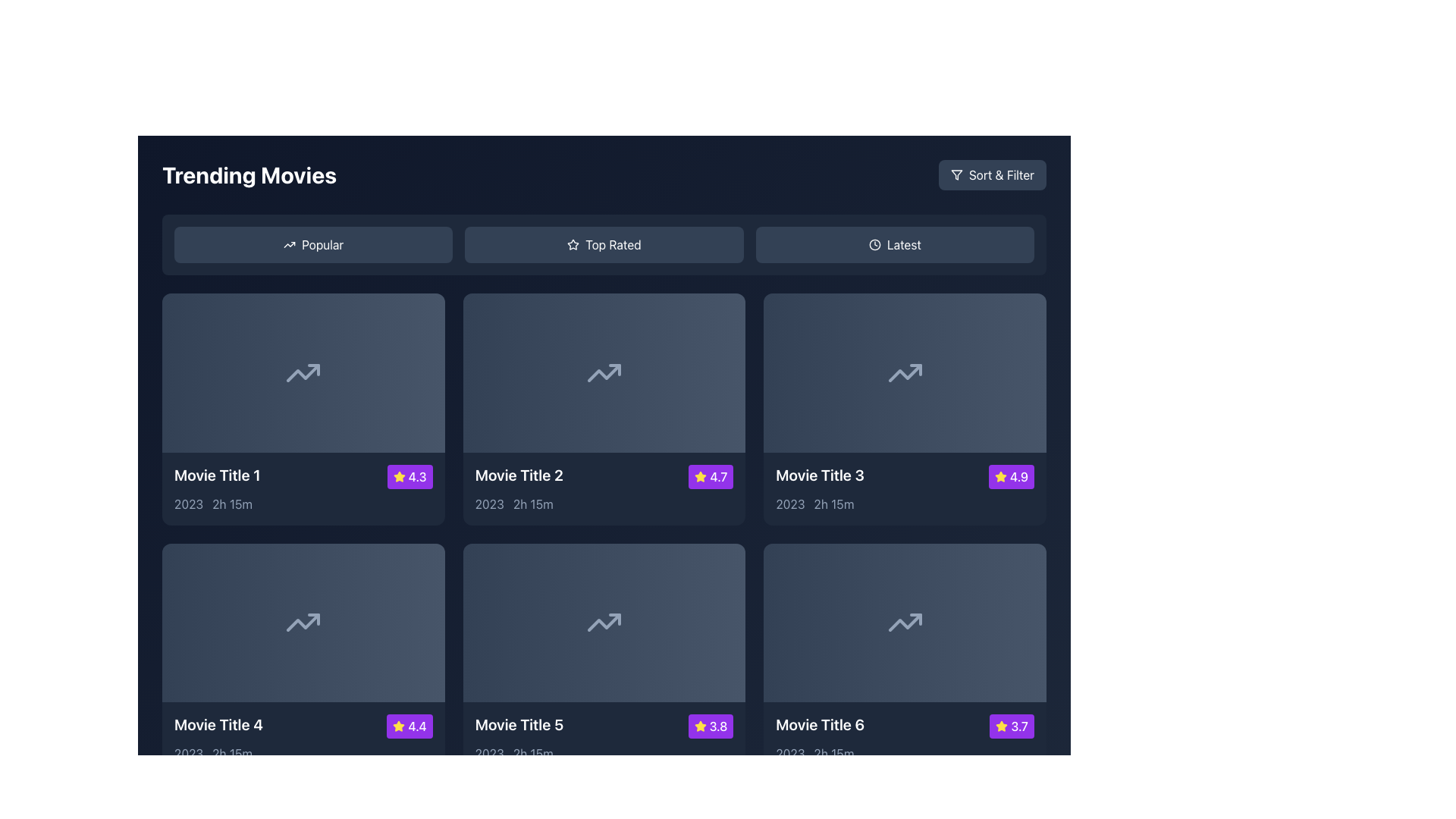 The height and width of the screenshot is (819, 1456). Describe the element at coordinates (905, 488) in the screenshot. I see `the content block displaying 'Movie Title 3', which includes the title, year, duration, and rating in a visually distinct format` at that location.